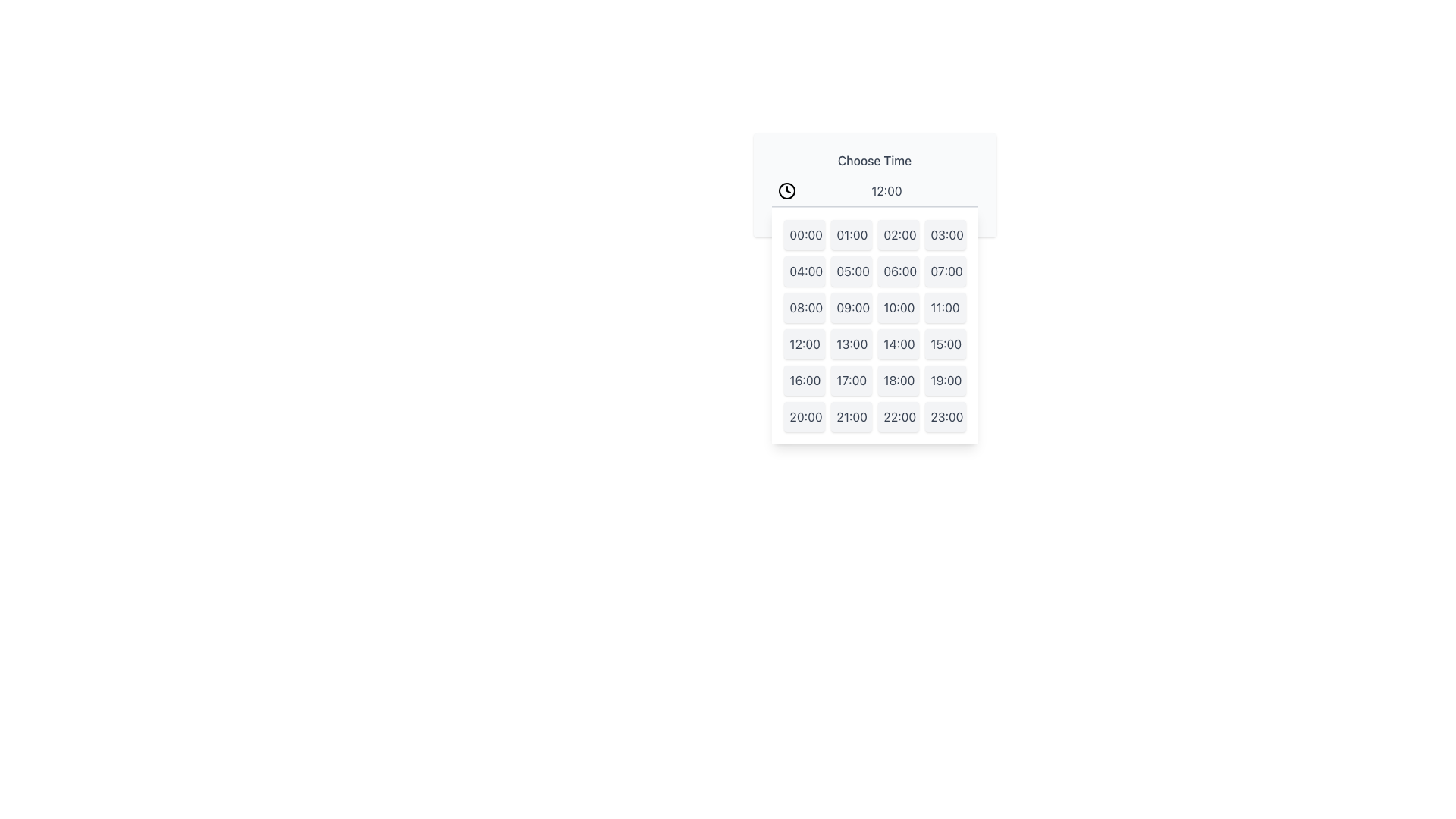 The height and width of the screenshot is (819, 1456). I want to click on the button displaying '20:00' with a light gray background and rounded corners, so click(803, 417).